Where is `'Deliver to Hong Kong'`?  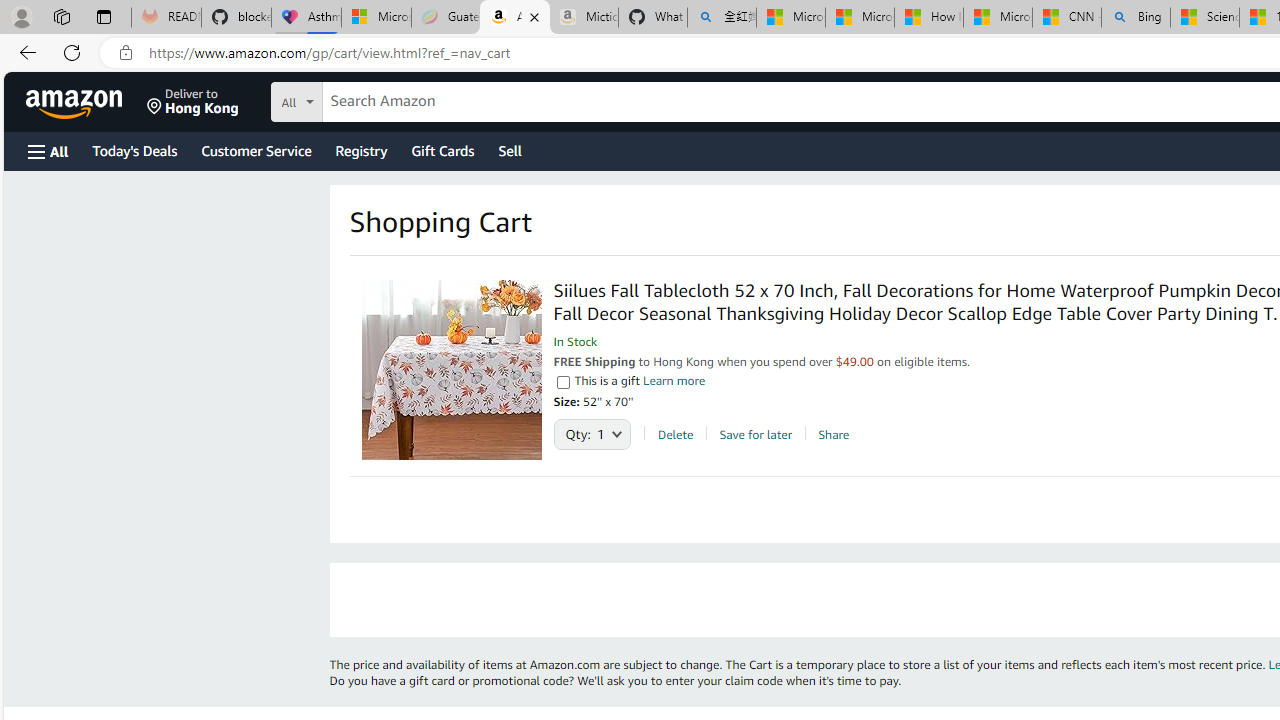 'Deliver to Hong Kong' is located at coordinates (193, 101).